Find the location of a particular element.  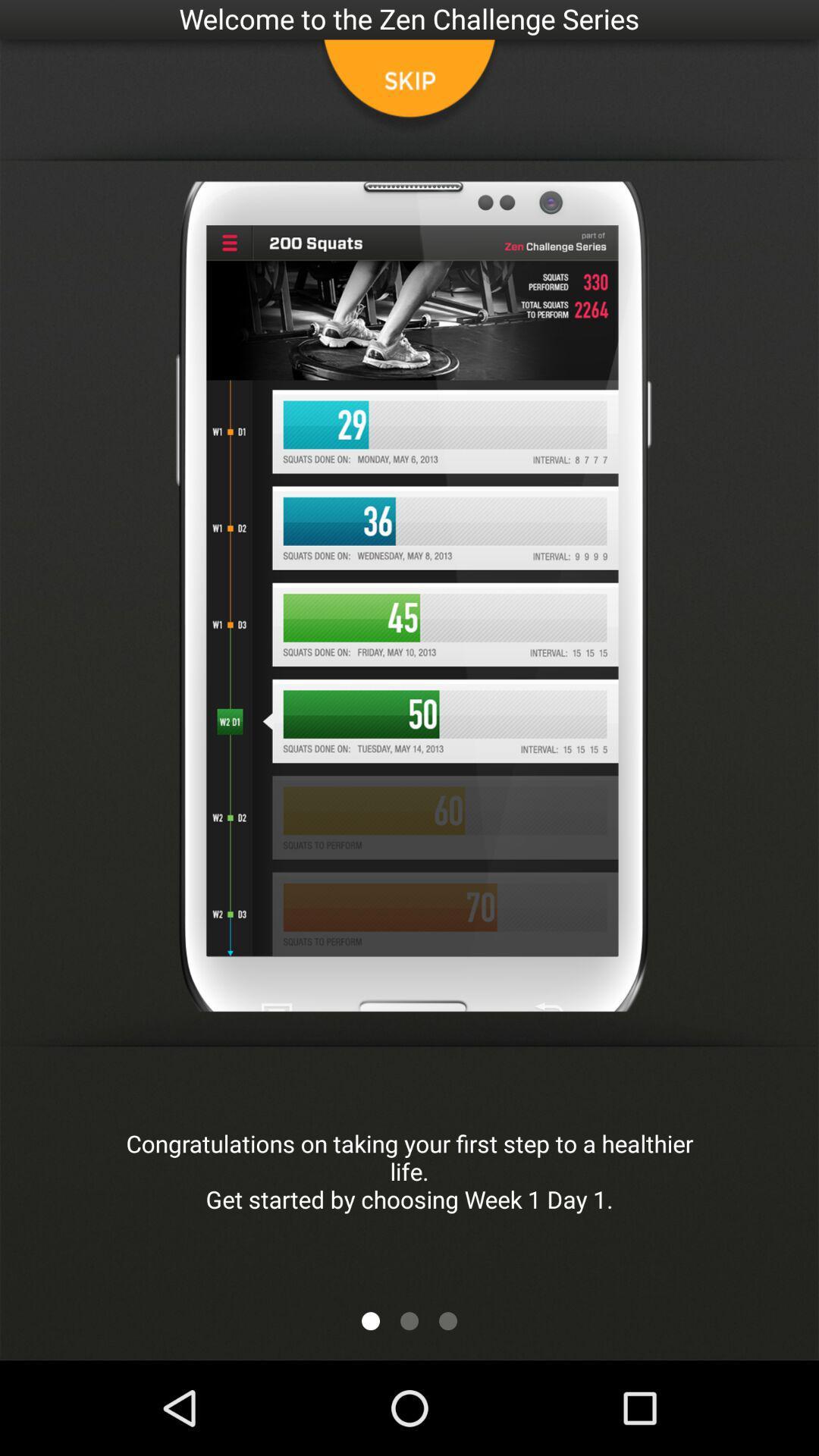

show the first part of the tutorial is located at coordinates (371, 1320).